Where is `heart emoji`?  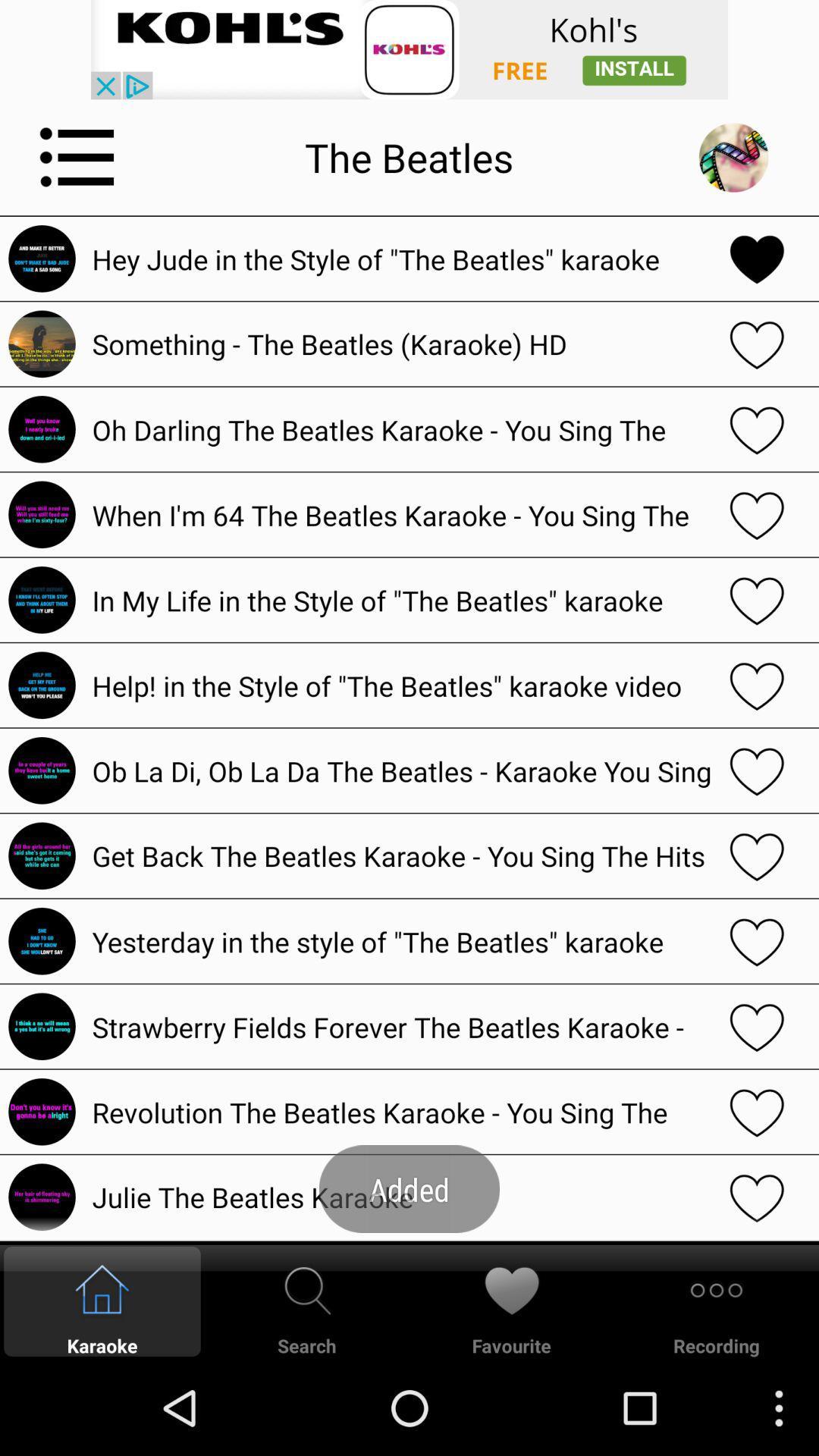
heart emoji is located at coordinates (757, 1112).